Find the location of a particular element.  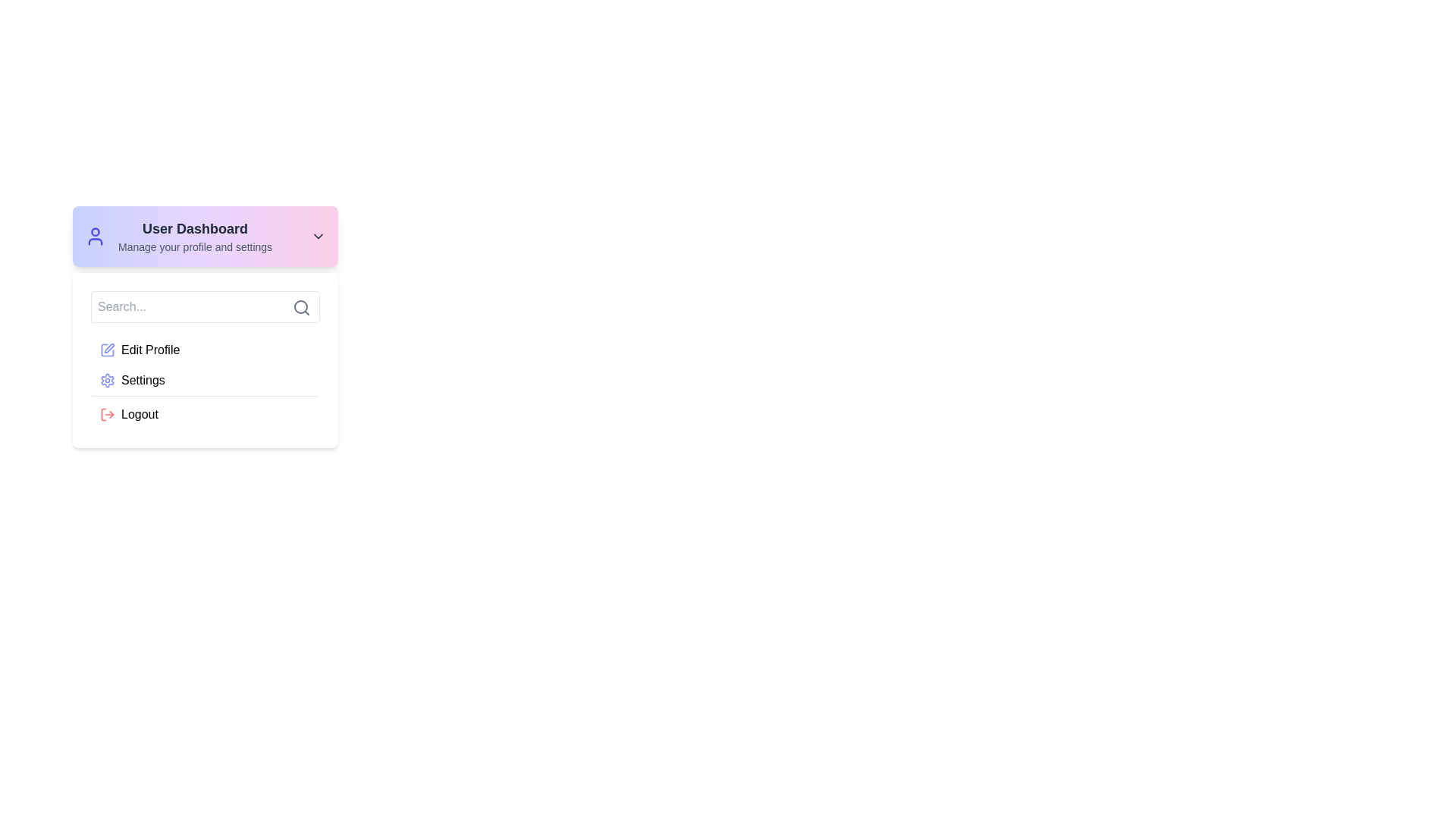

the decorative graphic circle that enhances the user profile icon in the dashboard header is located at coordinates (94, 232).